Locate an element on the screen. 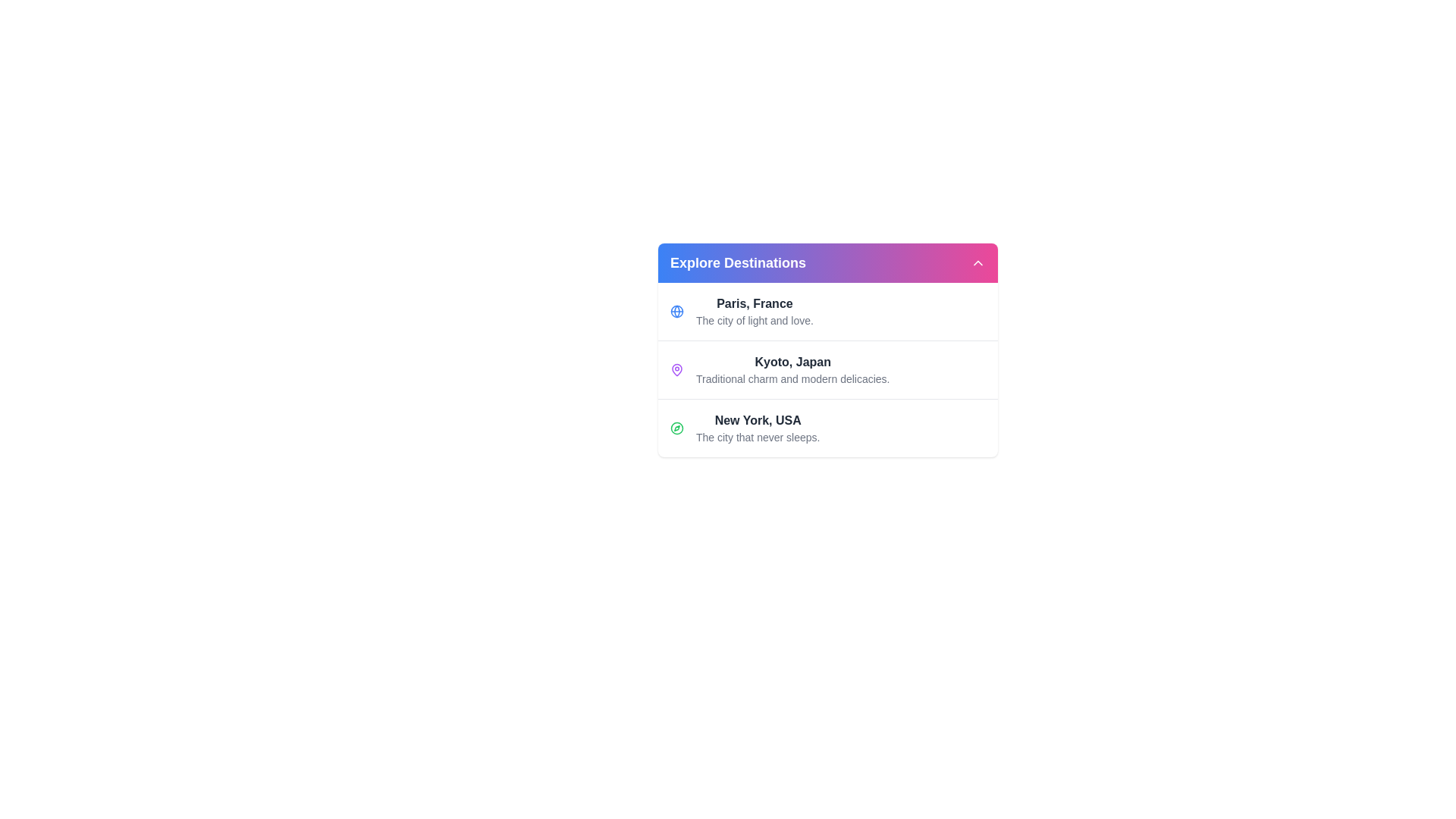 This screenshot has width=1456, height=819. the green compass-like icon located to the left of the New York, USA list entry is located at coordinates (676, 428).